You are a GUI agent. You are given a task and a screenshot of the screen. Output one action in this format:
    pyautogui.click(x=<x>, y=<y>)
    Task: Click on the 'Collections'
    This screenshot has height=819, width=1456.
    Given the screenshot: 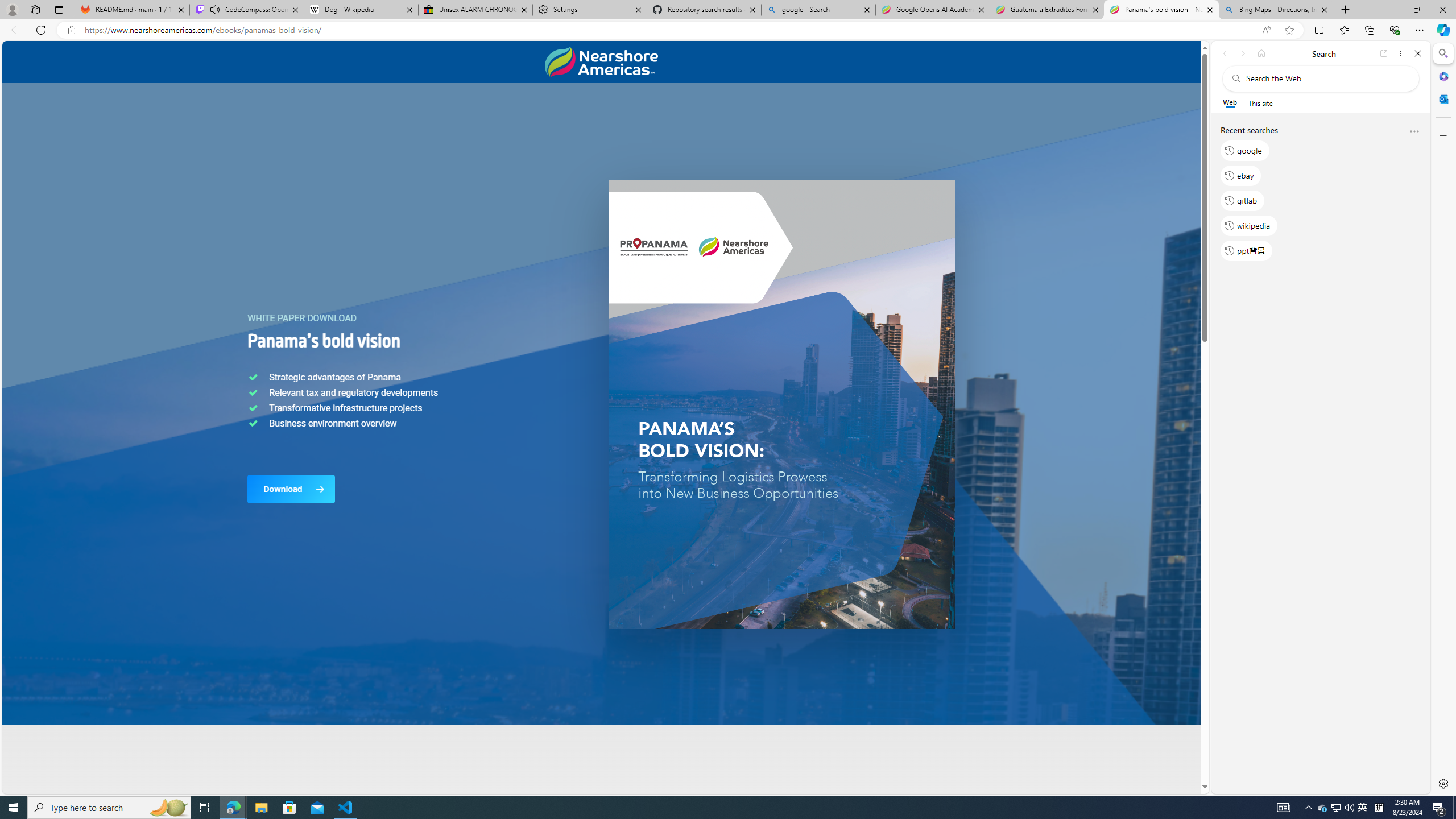 What is the action you would take?
    pyautogui.click(x=1368, y=29)
    